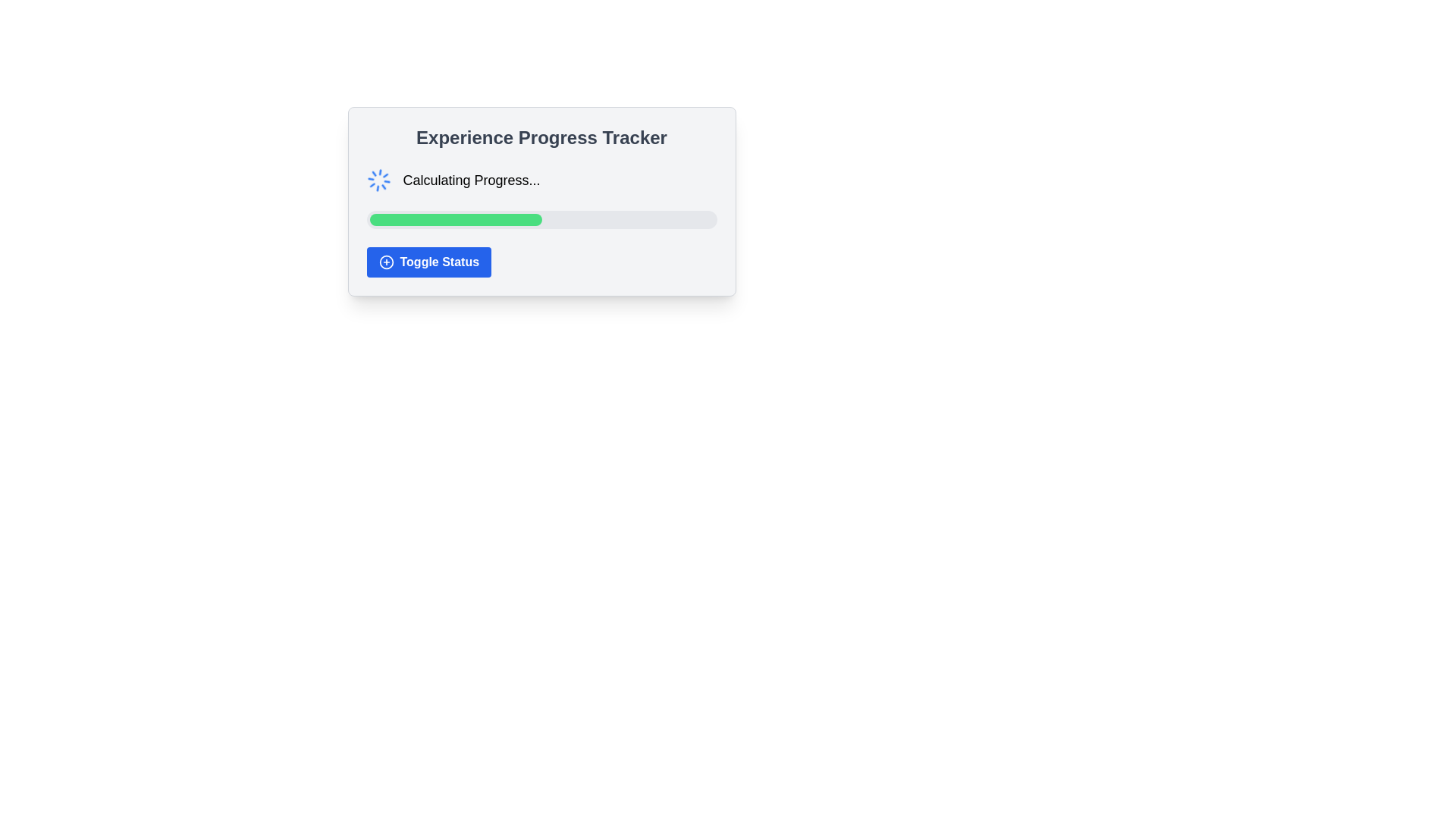 This screenshot has width=1456, height=819. Describe the element at coordinates (378, 180) in the screenshot. I see `the Loading Spinner that indicates a processing state, located to the left of the 'Calculating Progress...' text` at that location.